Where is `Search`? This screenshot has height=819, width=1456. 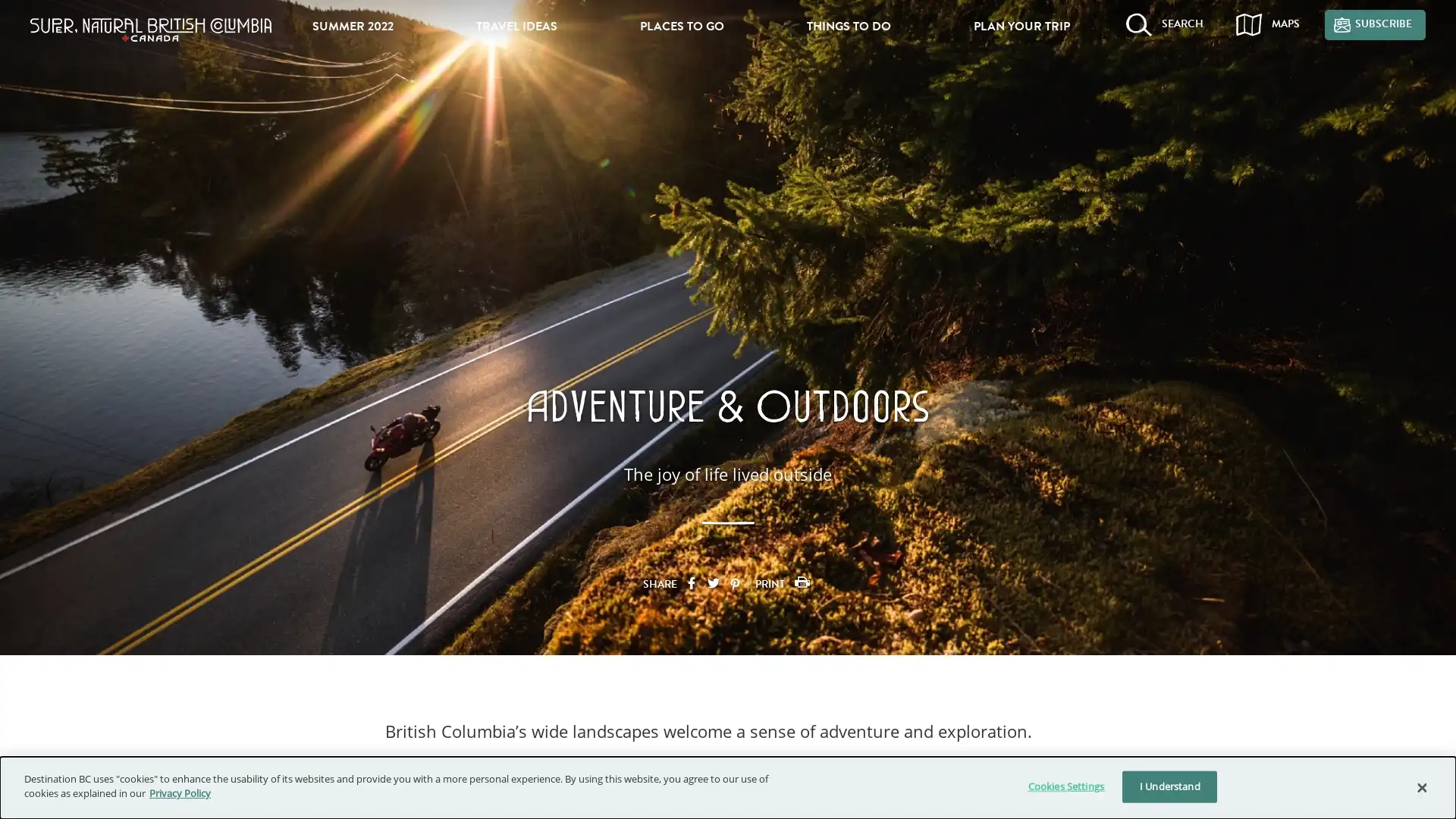
Search is located at coordinates (948, 84).